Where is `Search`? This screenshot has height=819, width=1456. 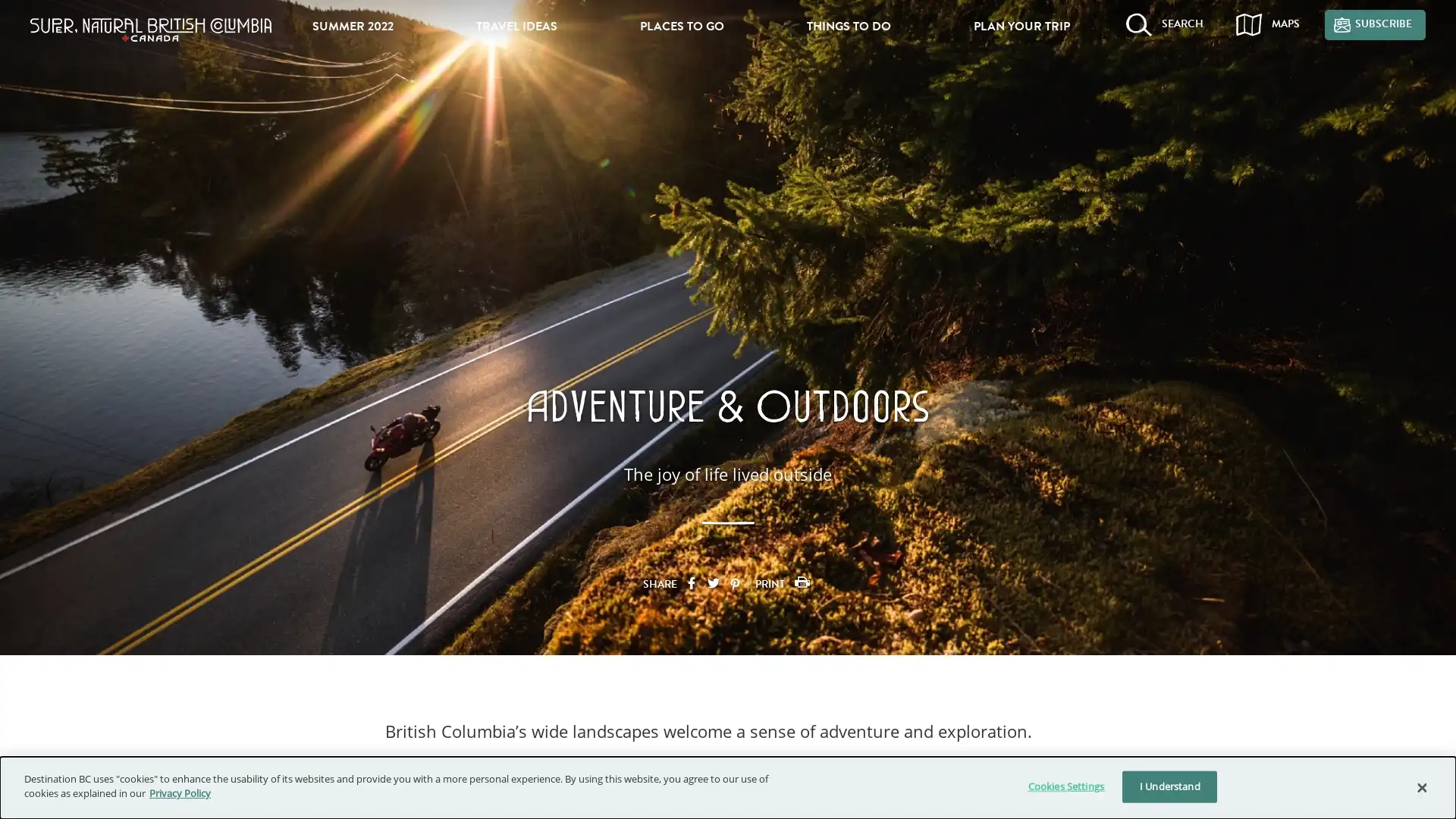
Search is located at coordinates (948, 84).